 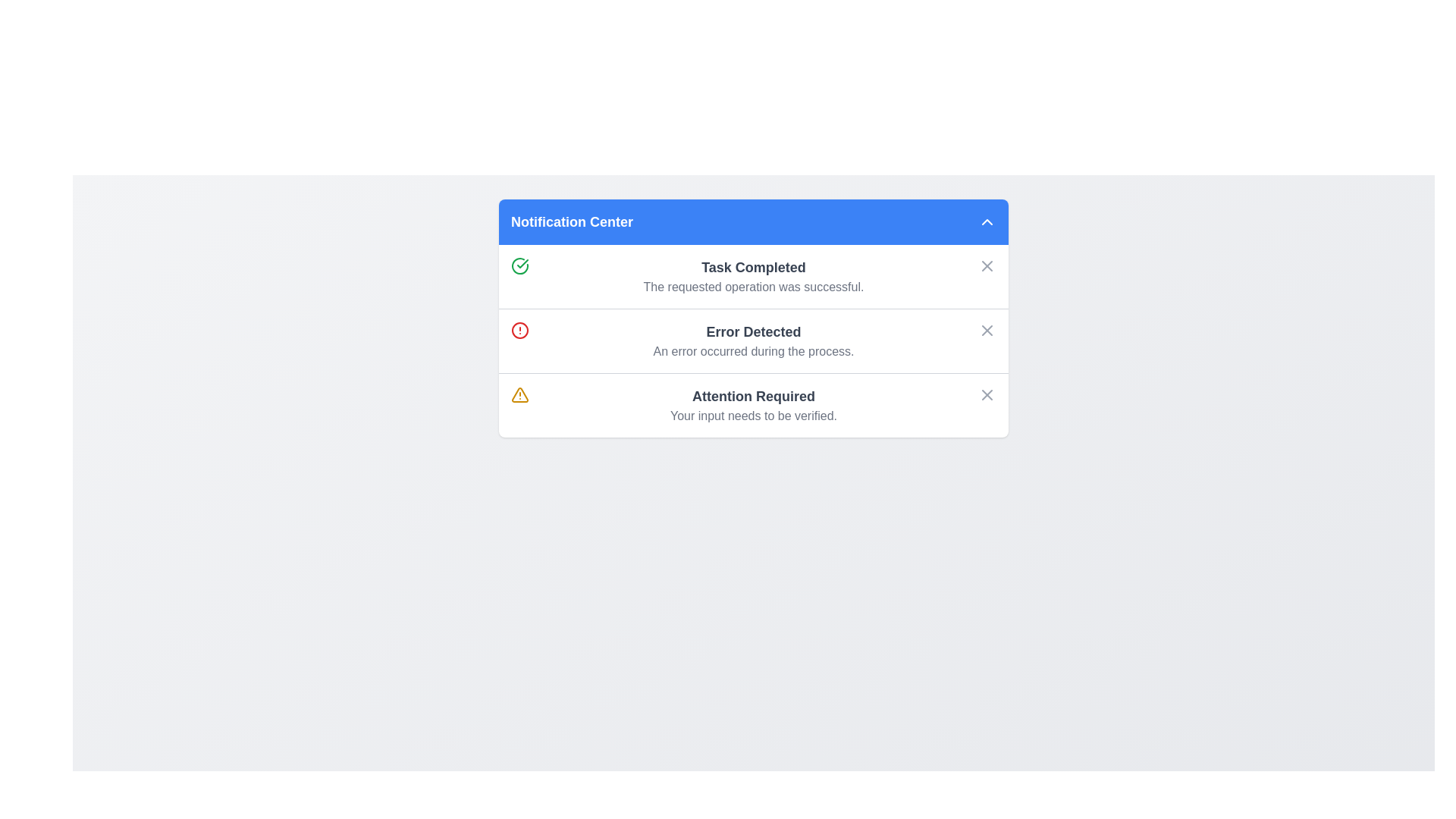 What do you see at coordinates (987, 394) in the screenshot?
I see `the close button with a small 'X' icon located on the far right side of the notification titled 'Attention Required'` at bounding box center [987, 394].